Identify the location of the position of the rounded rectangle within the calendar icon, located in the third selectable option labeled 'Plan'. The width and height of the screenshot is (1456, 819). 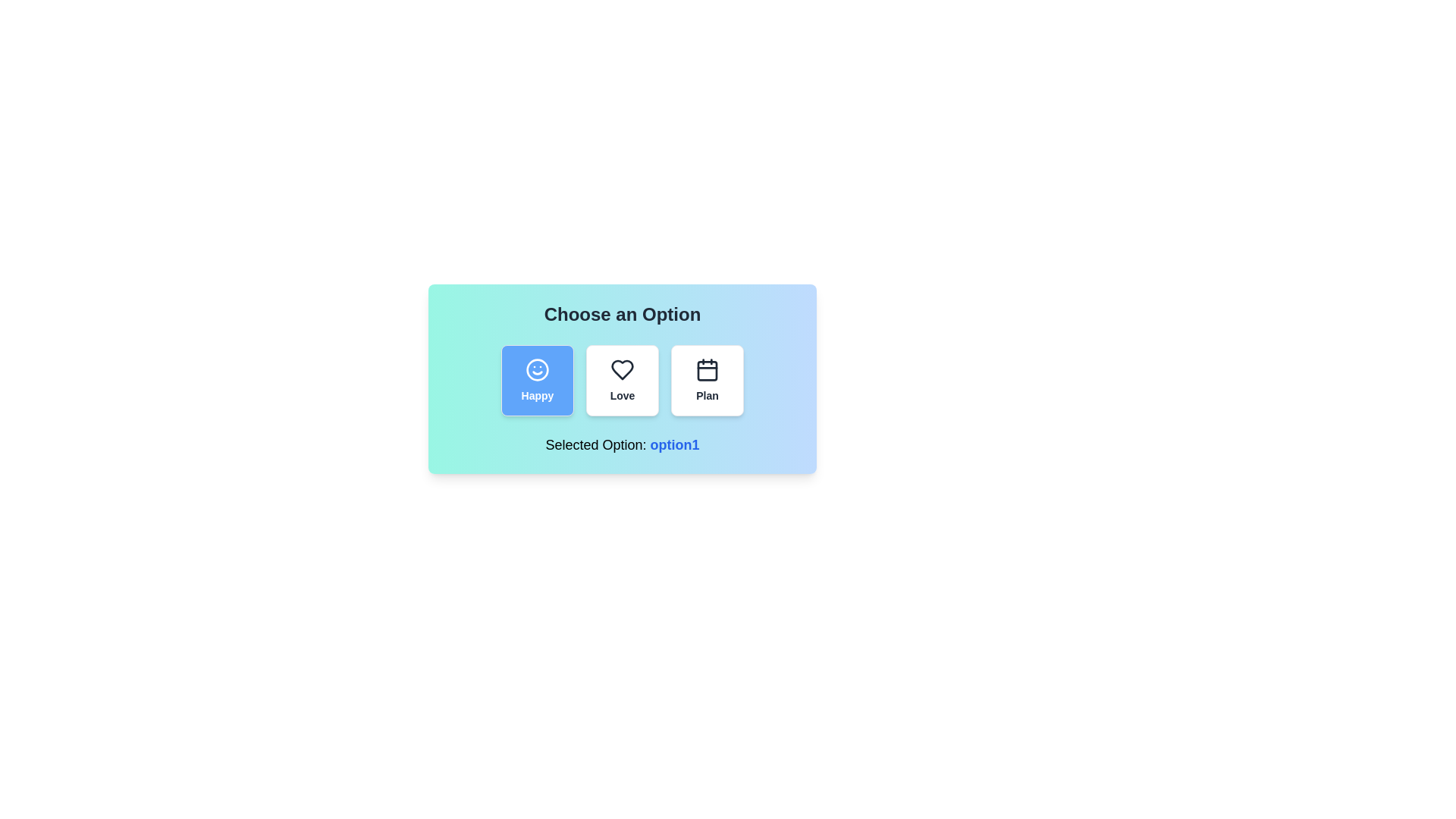
(706, 371).